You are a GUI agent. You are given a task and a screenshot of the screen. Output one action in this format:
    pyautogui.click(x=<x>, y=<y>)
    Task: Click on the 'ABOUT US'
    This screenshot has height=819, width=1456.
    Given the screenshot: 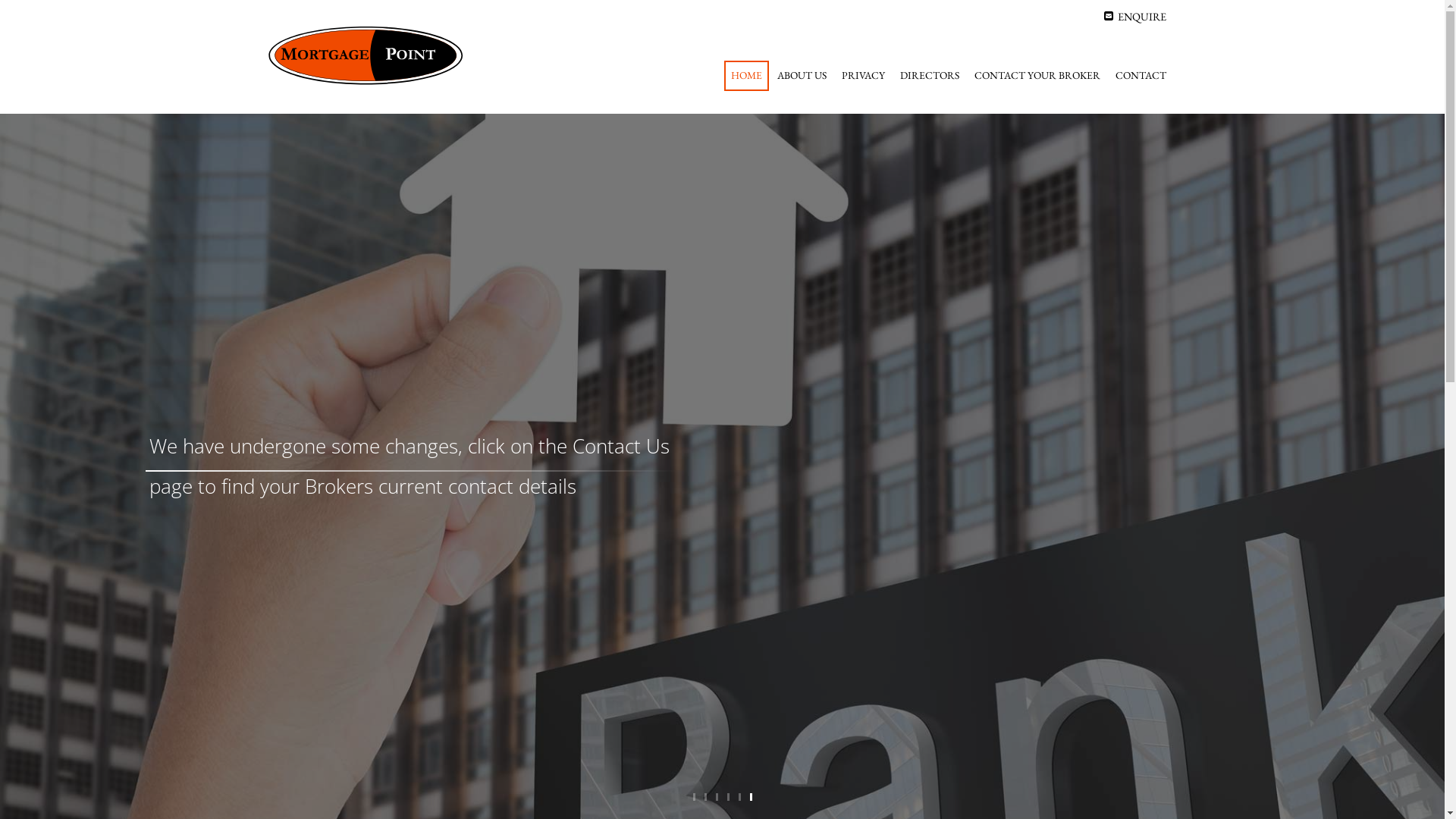 What is the action you would take?
    pyautogui.click(x=801, y=76)
    